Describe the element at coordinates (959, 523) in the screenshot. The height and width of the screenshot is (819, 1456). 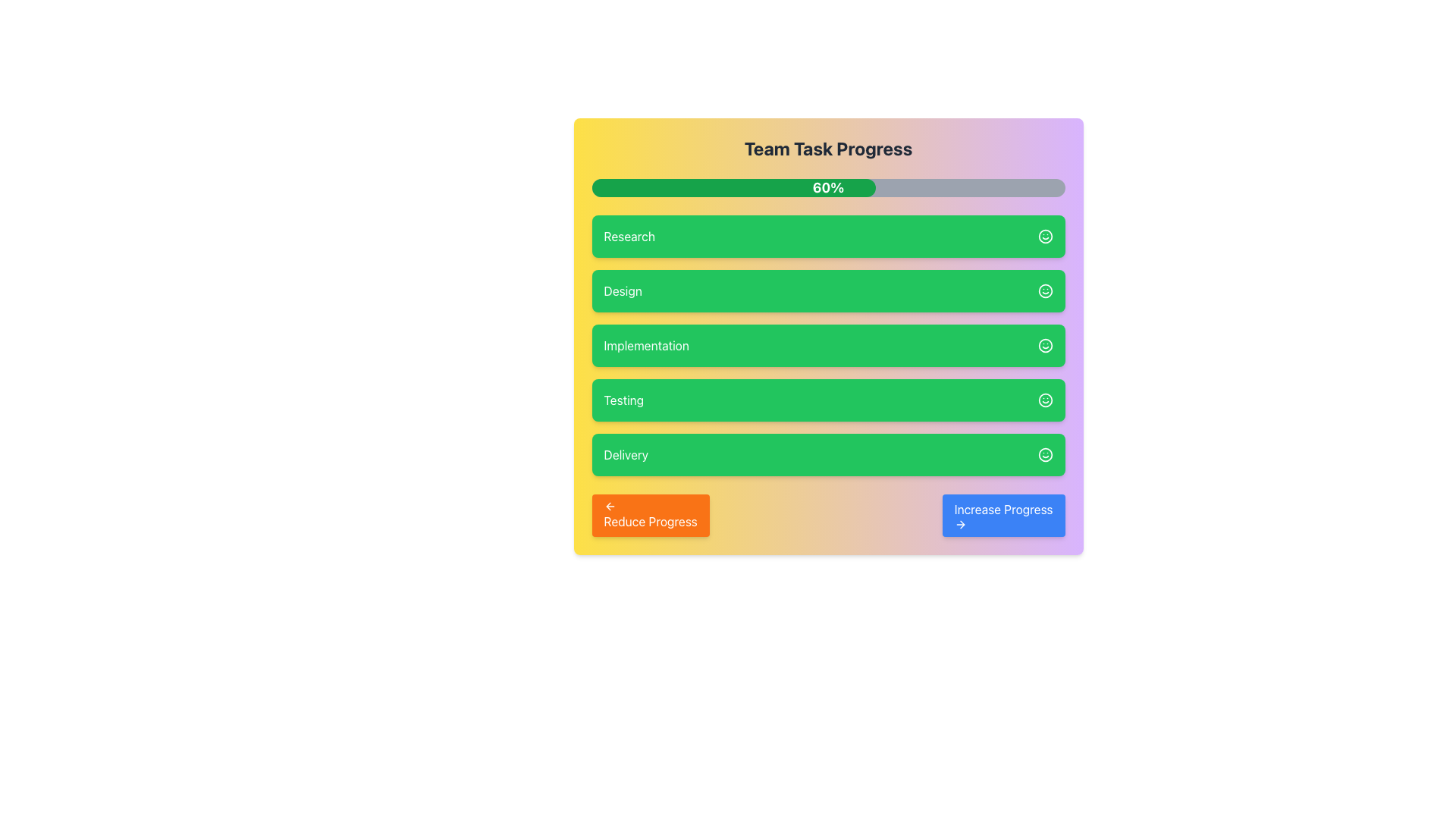
I see `the icon within the blue button labeled 'Increase Progress' located at the bottom-right corner of the interface, which visually indicates forward or progressive movement` at that location.